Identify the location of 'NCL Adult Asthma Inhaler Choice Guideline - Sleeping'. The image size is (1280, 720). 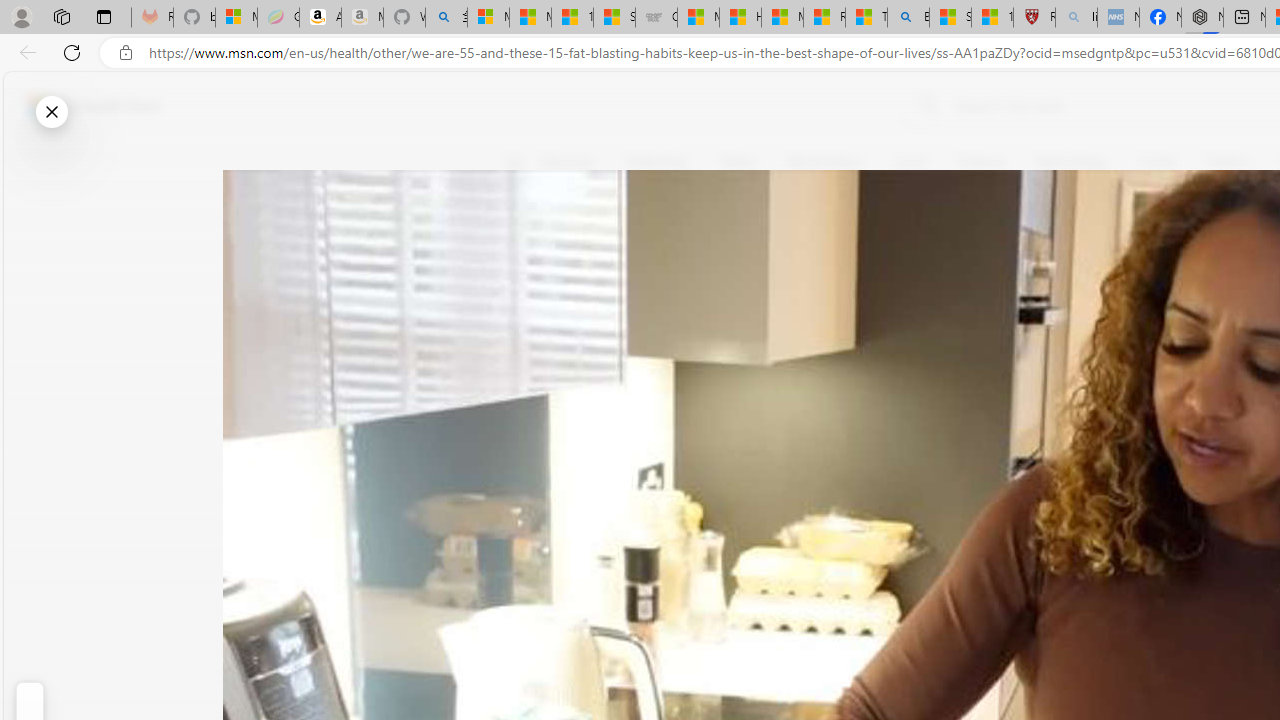
(1117, 17).